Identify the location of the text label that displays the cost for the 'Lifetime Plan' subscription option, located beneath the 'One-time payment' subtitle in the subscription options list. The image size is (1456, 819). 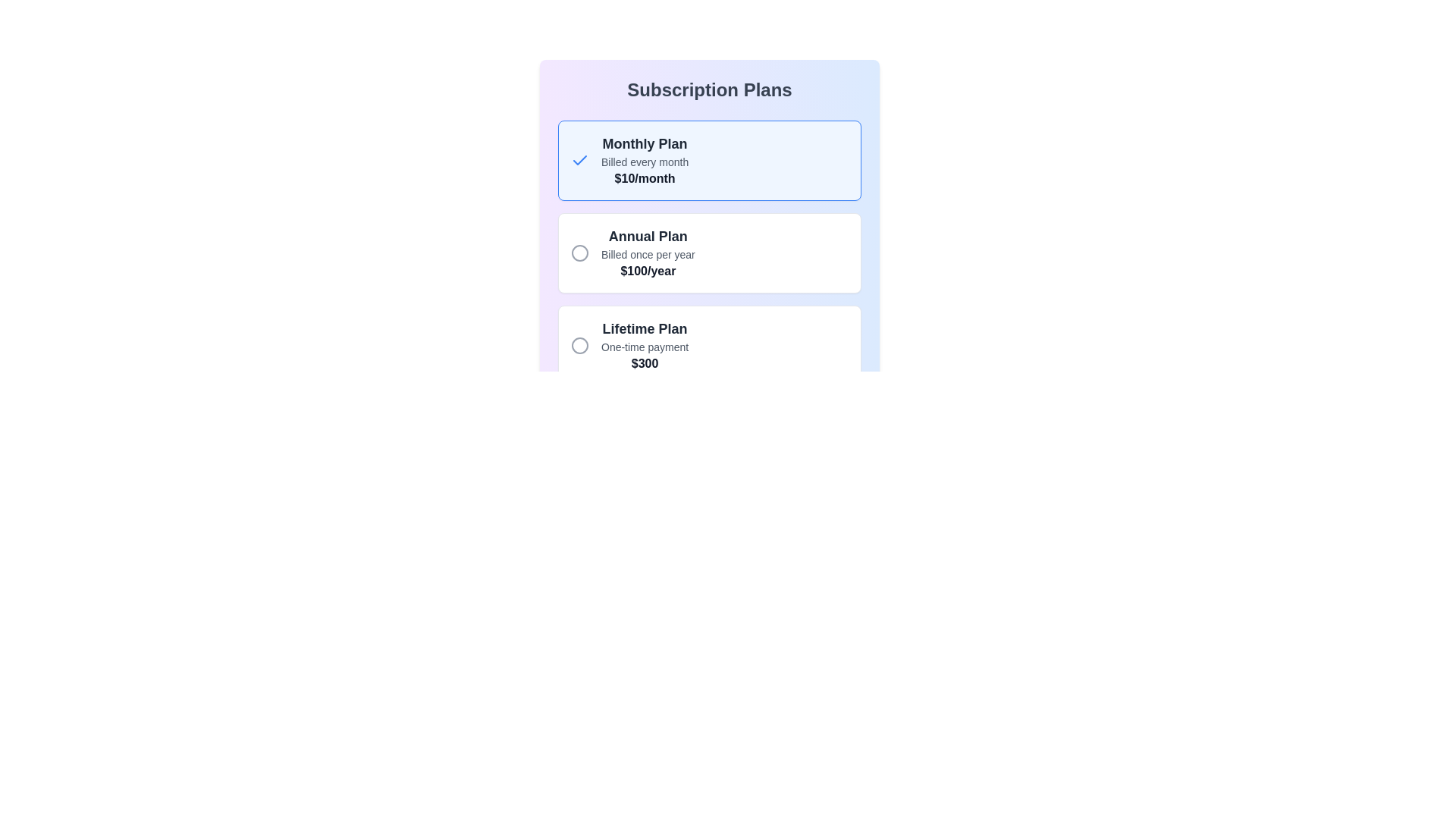
(645, 363).